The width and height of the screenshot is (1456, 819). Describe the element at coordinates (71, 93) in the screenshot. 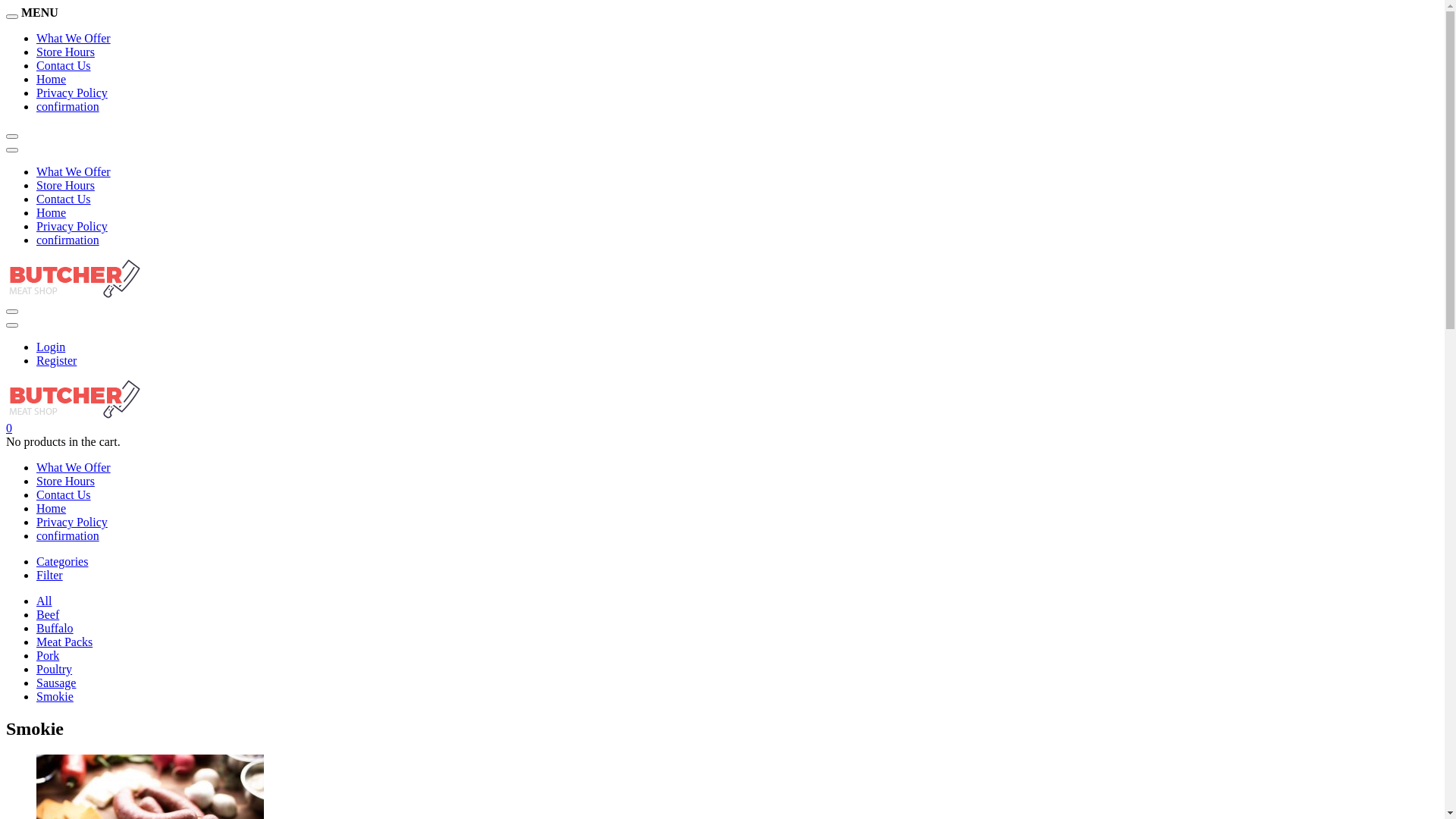

I see `'Privacy Policy'` at that location.